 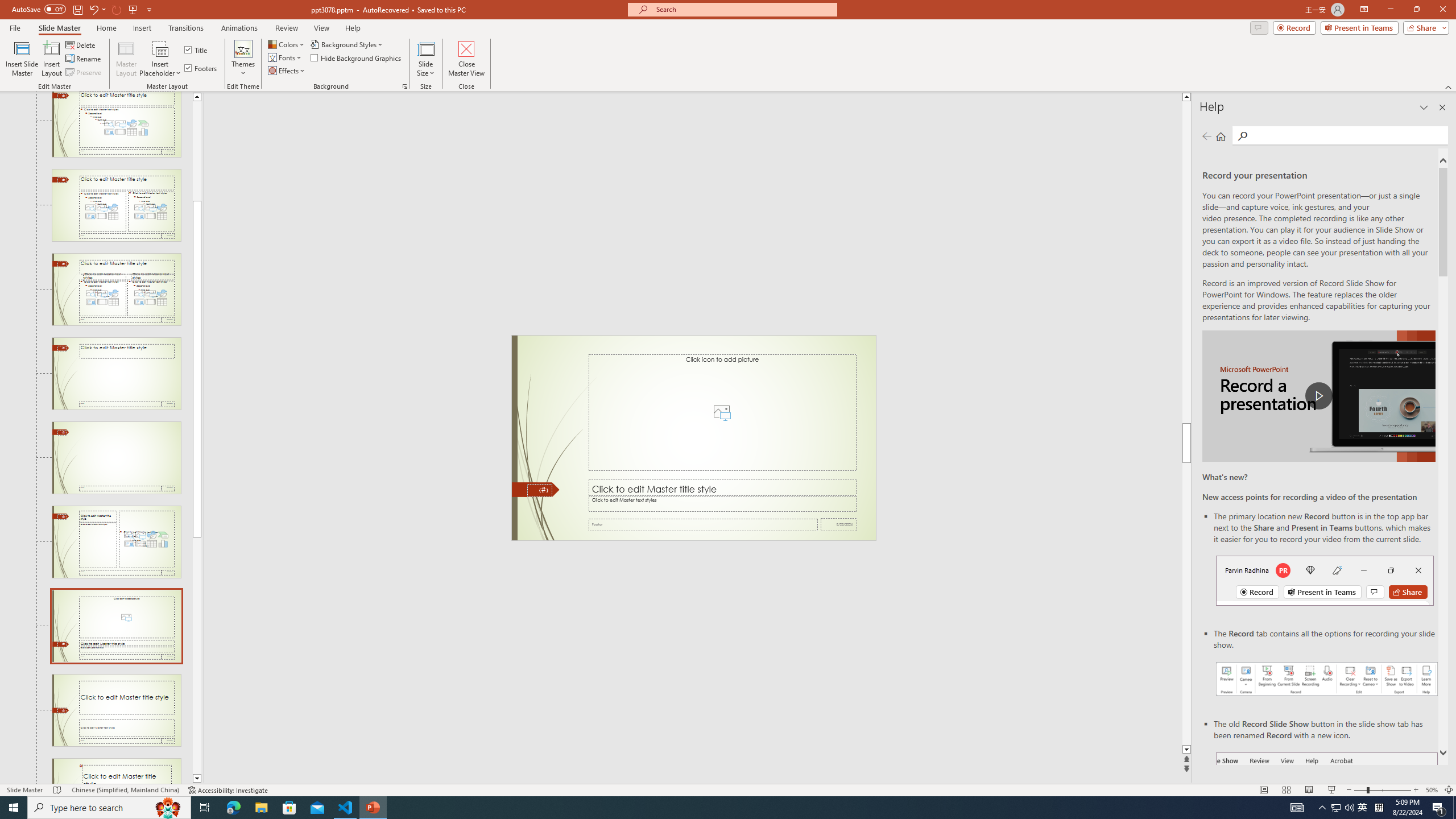 I want to click on 'Slide Master', so click(x=59, y=28).